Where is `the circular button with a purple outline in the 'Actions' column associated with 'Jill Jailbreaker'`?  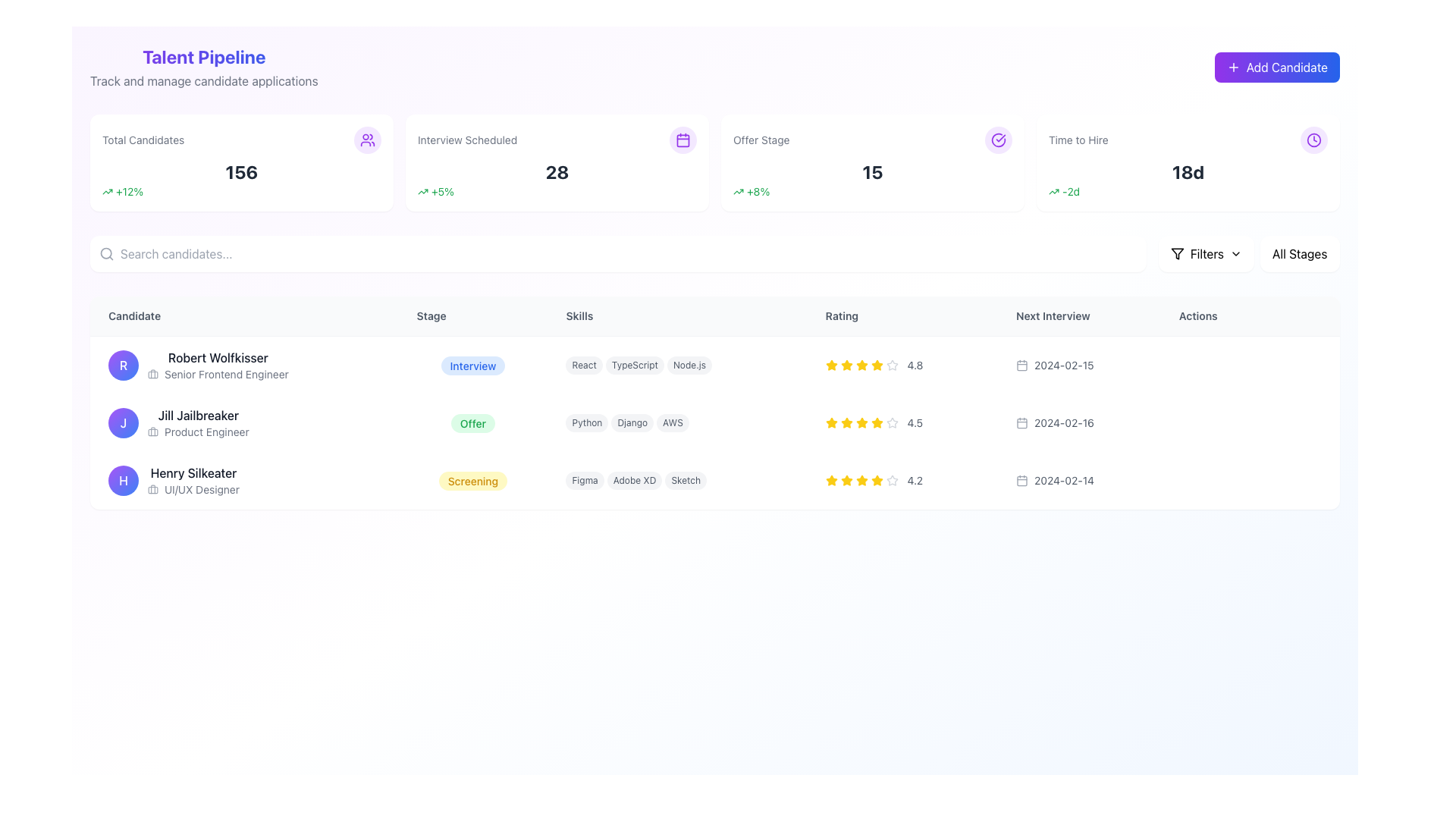 the circular button with a purple outline in the 'Actions' column associated with 'Jill Jailbreaker' is located at coordinates (1191, 423).